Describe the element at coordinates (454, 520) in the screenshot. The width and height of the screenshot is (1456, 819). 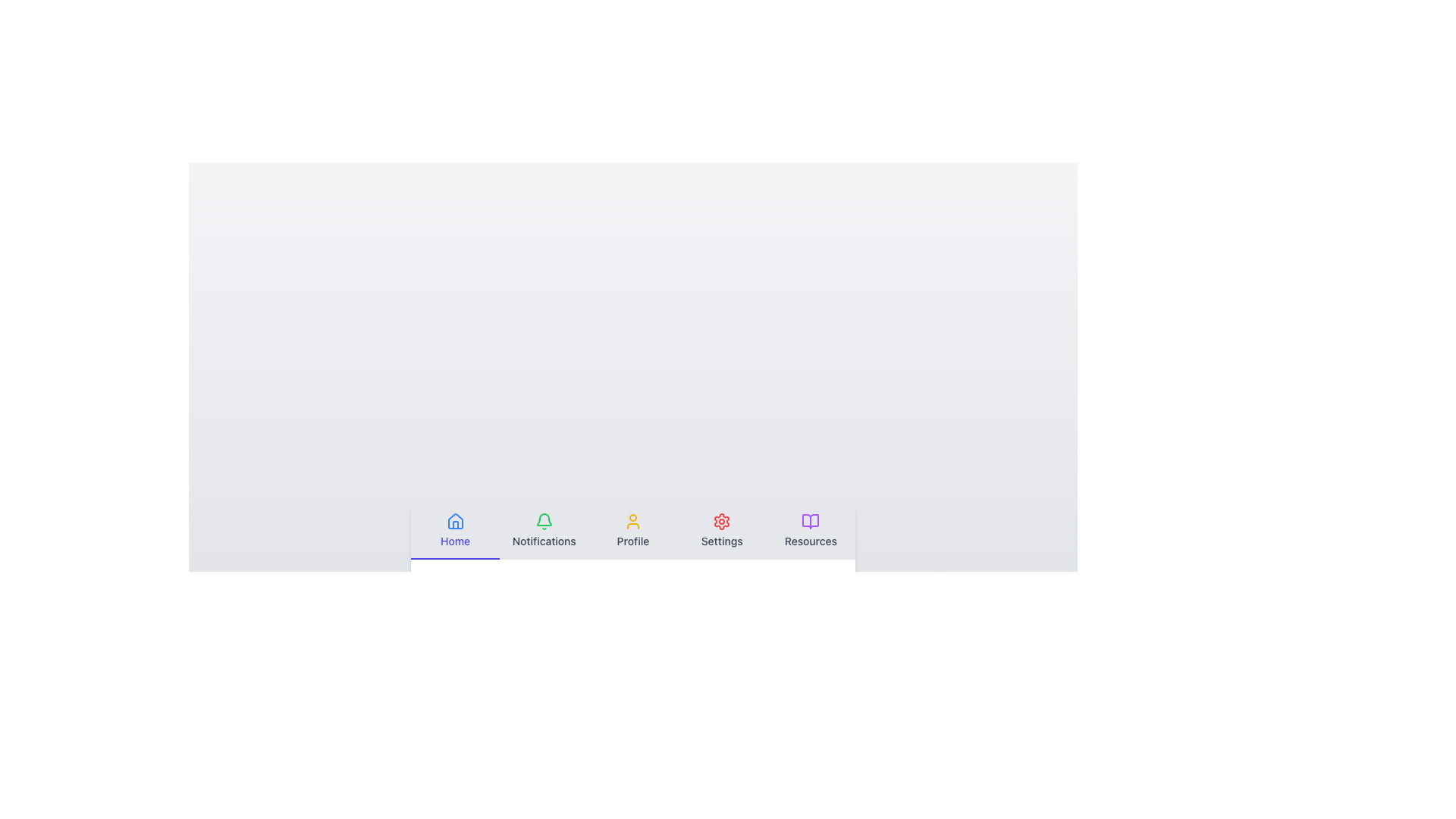
I see `the 'Home' icon located at the bottom left of the navigation bar` at that location.